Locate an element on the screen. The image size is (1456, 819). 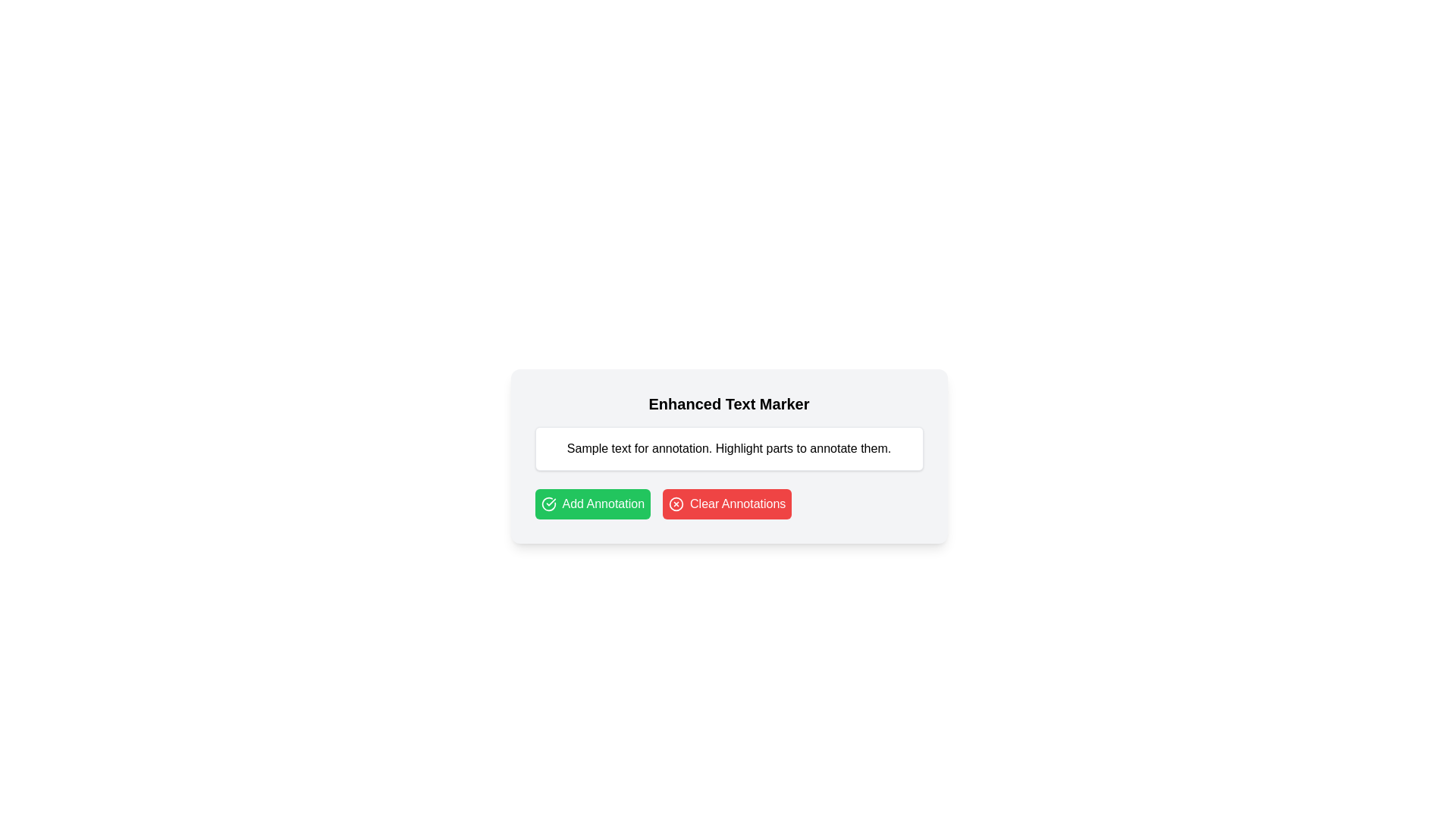
the letter 'g' in the word 'Highlight' within the text content area under the heading 'Enhanced Text Marker.' is located at coordinates (749, 447).